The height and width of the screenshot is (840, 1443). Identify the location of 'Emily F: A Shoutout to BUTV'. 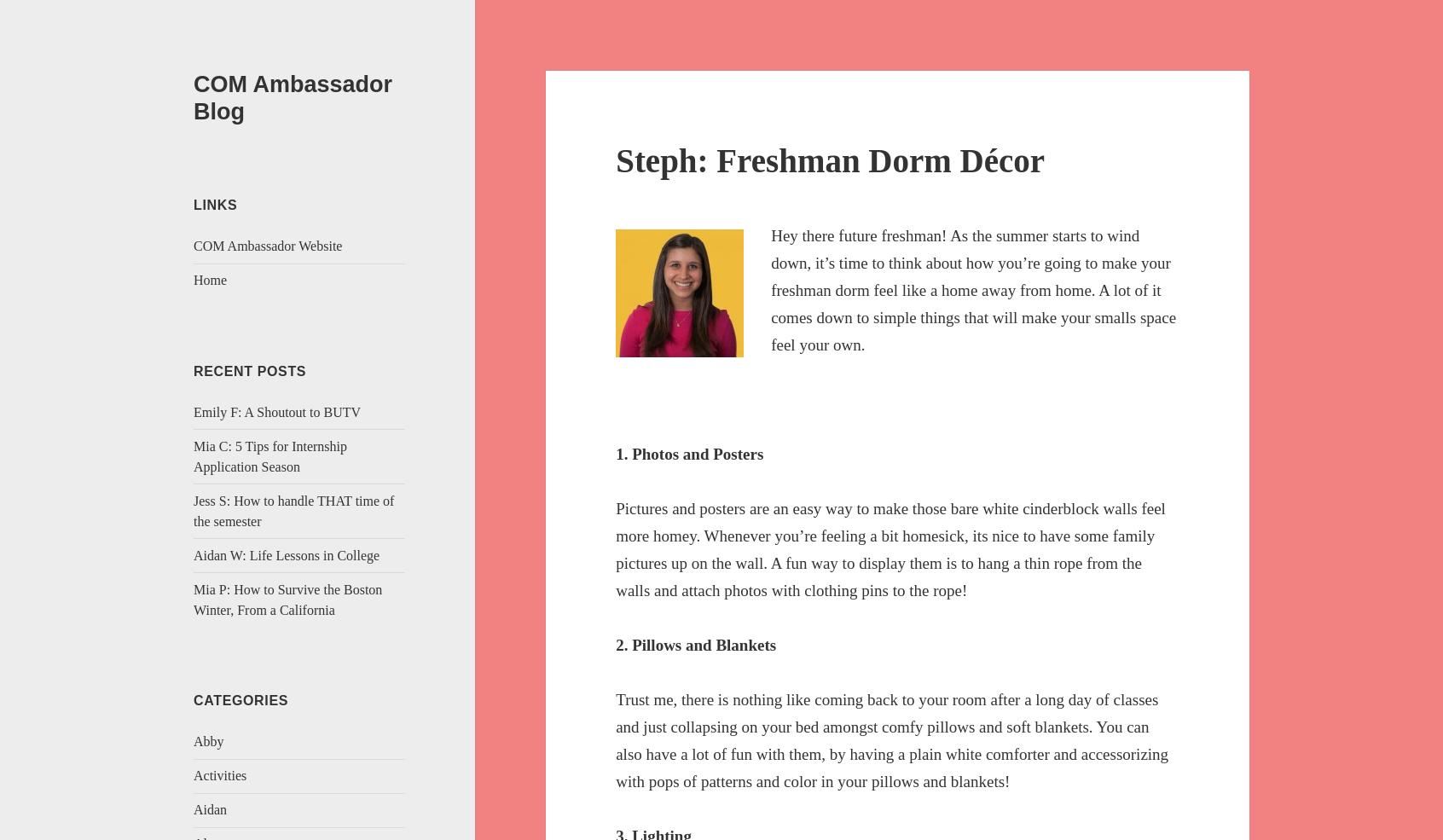
(276, 410).